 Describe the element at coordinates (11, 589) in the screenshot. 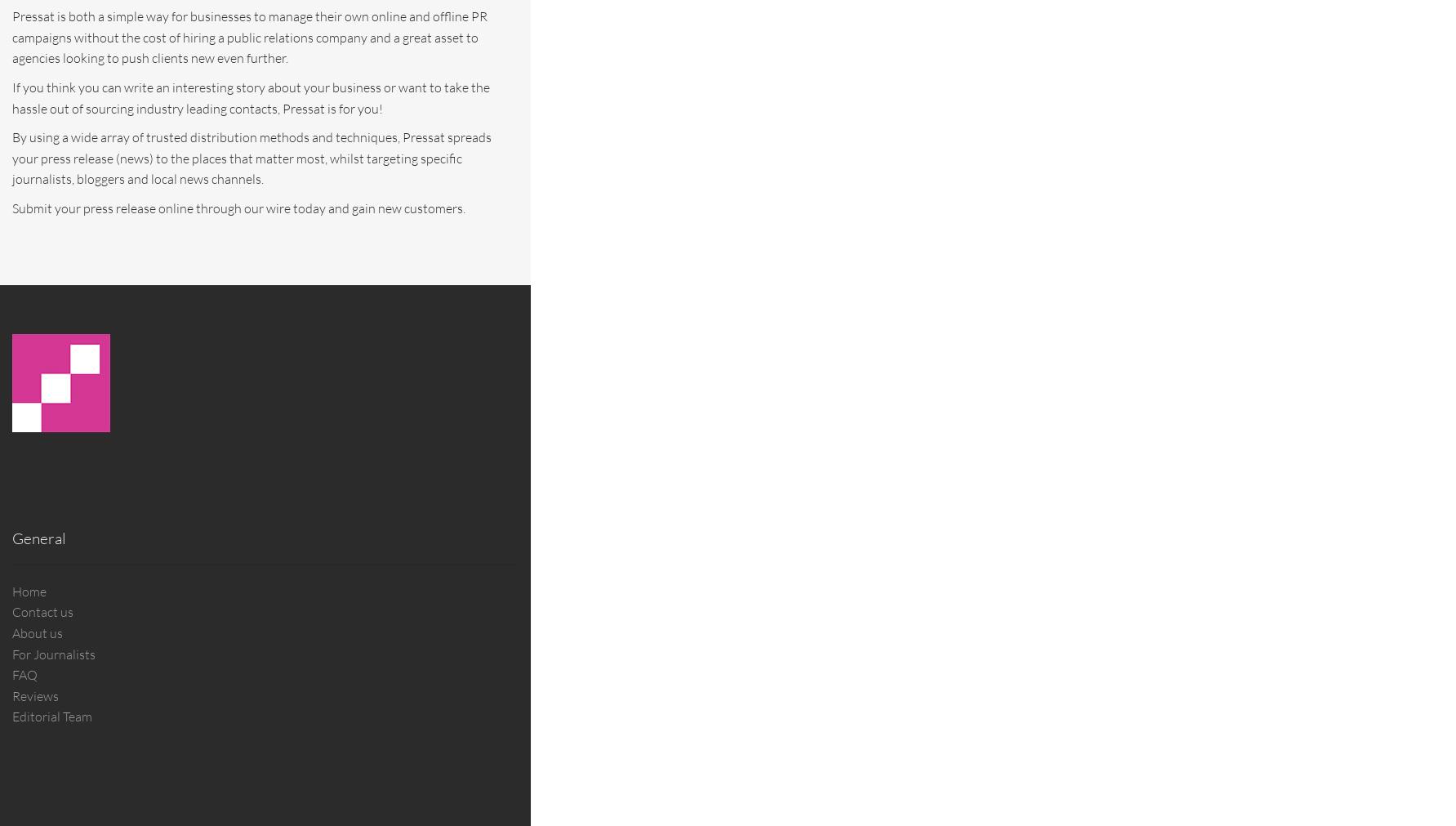

I see `'Home'` at that location.